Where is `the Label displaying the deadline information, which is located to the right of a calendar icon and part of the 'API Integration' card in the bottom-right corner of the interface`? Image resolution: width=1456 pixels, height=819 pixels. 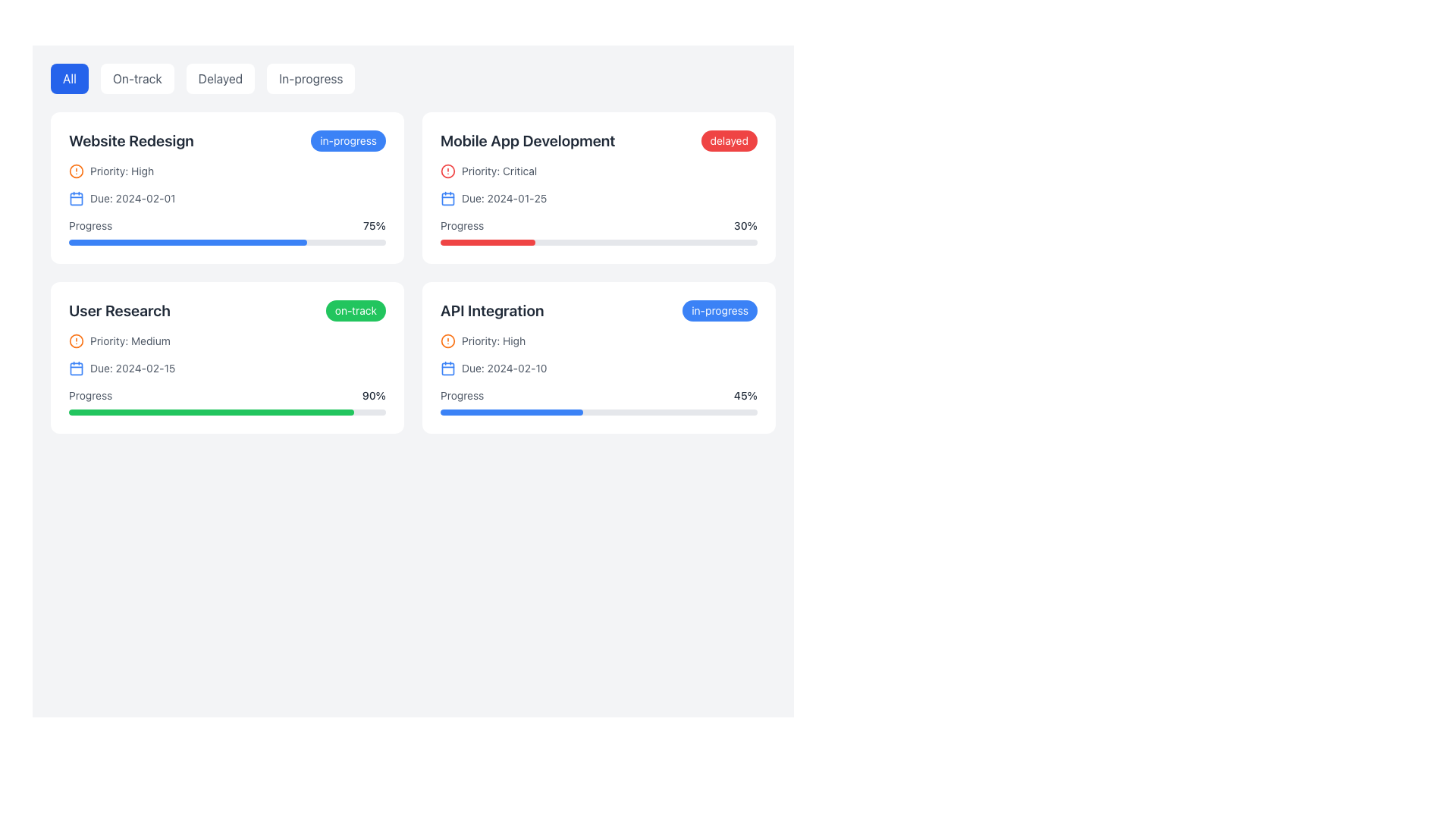 the Label displaying the deadline information, which is located to the right of a calendar icon and part of the 'API Integration' card in the bottom-right corner of the interface is located at coordinates (504, 369).